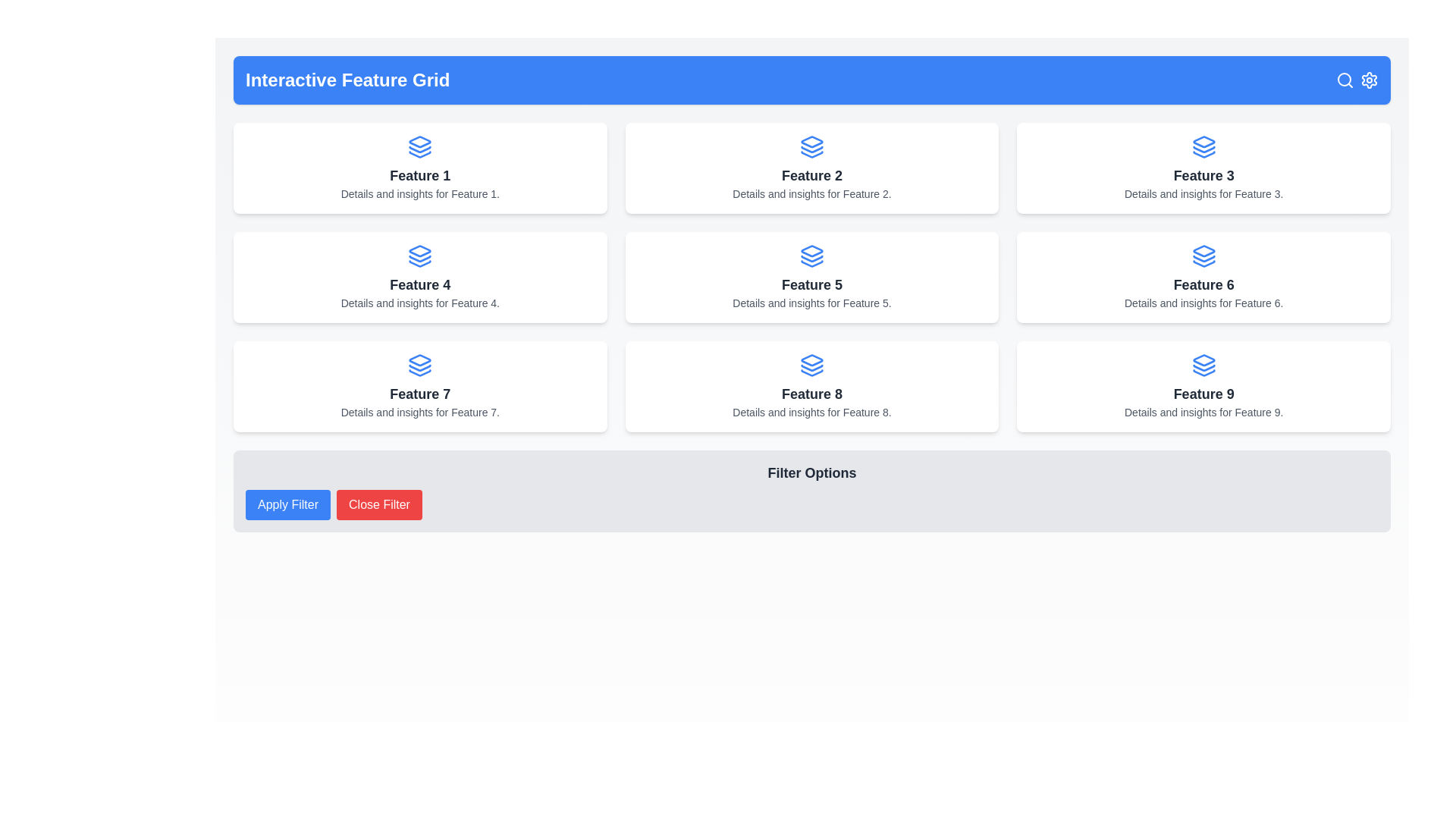 Image resolution: width=1456 pixels, height=819 pixels. Describe the element at coordinates (1203, 412) in the screenshot. I see `additional information text located at the bottom of the card labeled 'Feature 9' in the last column of the third row in the grid` at that location.